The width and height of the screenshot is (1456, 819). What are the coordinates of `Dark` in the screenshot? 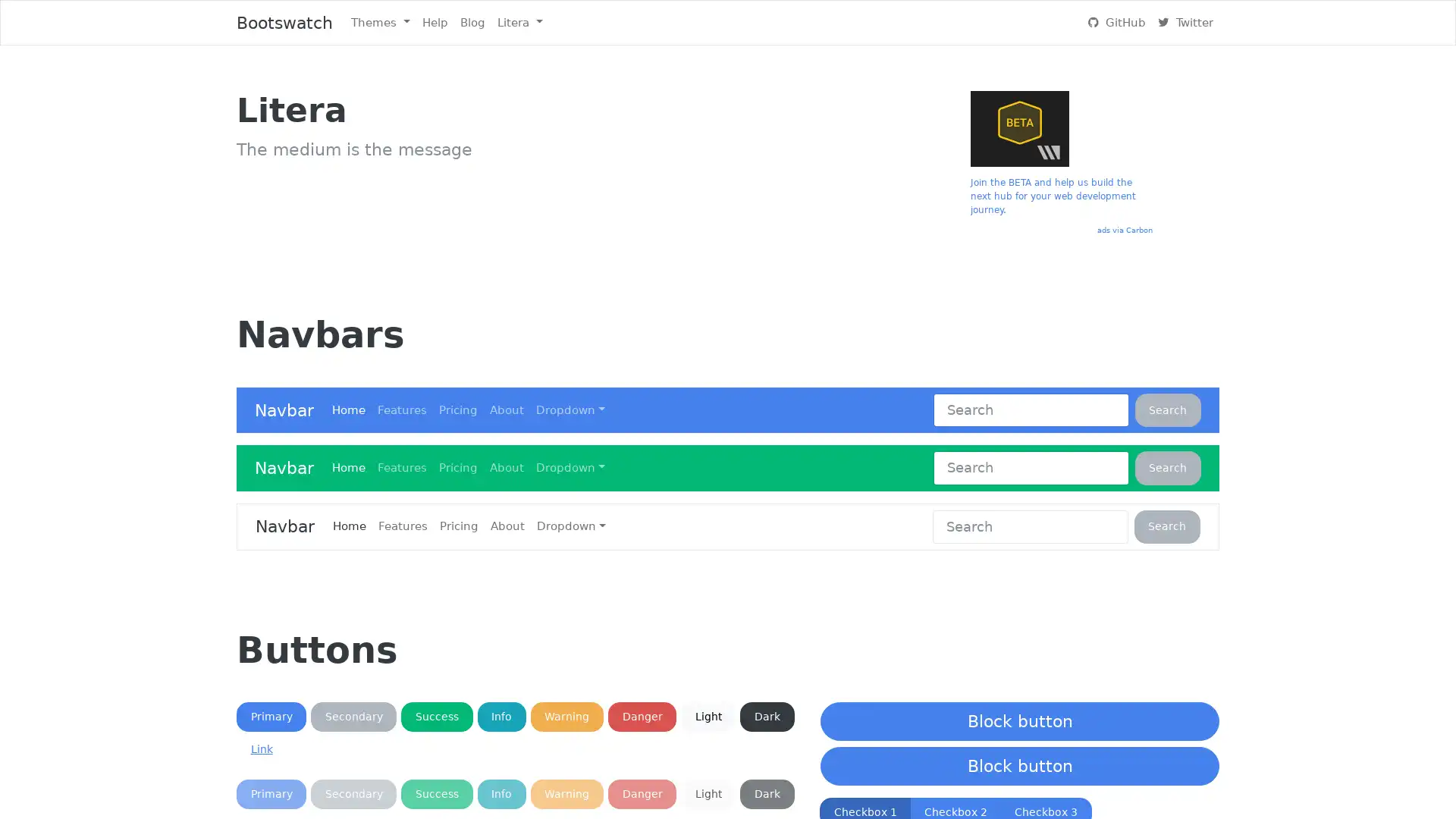 It's located at (767, 717).